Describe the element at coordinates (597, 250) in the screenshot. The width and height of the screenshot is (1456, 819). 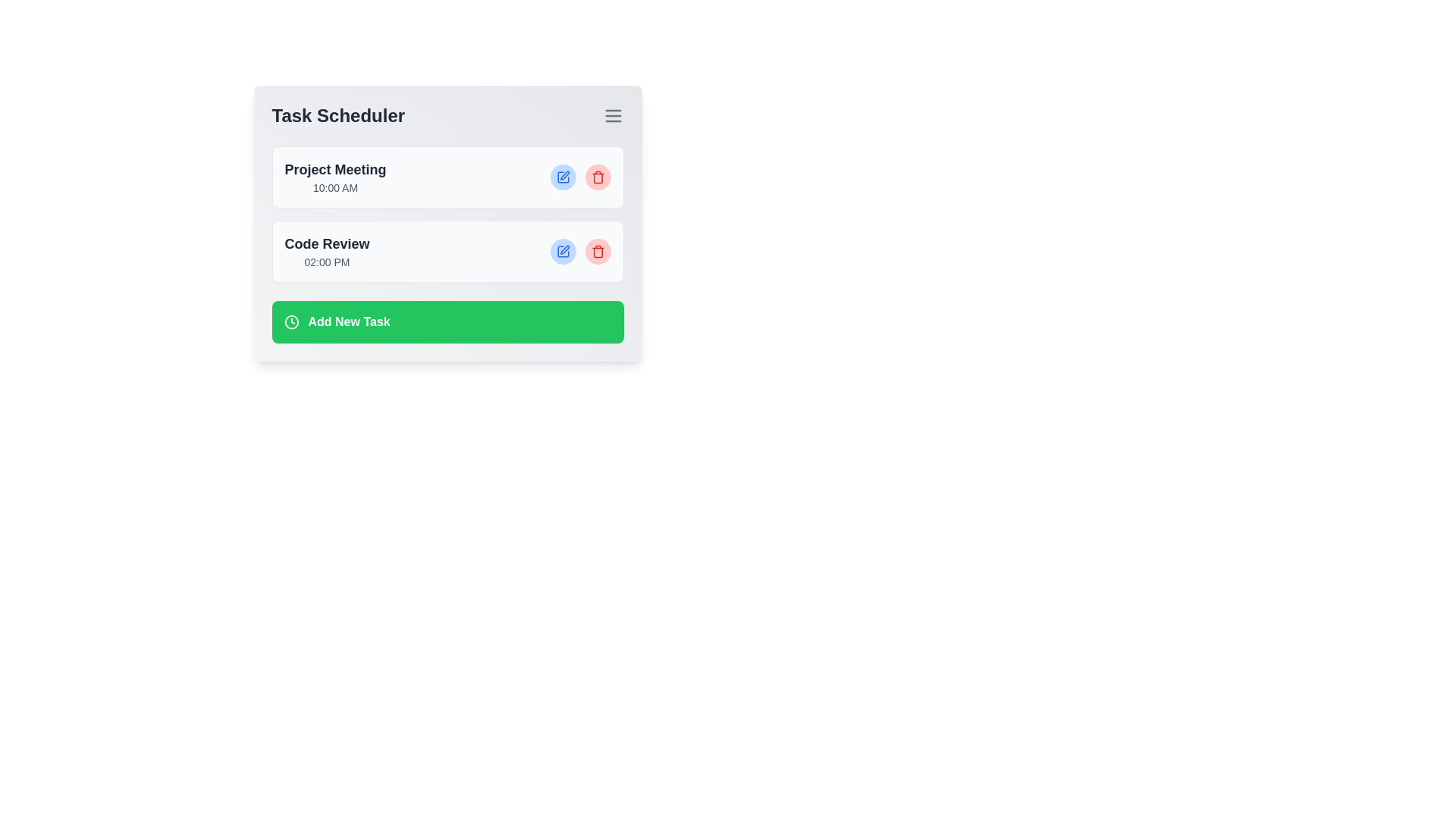
I see `the rightmost button in the second row of the task list` at that location.